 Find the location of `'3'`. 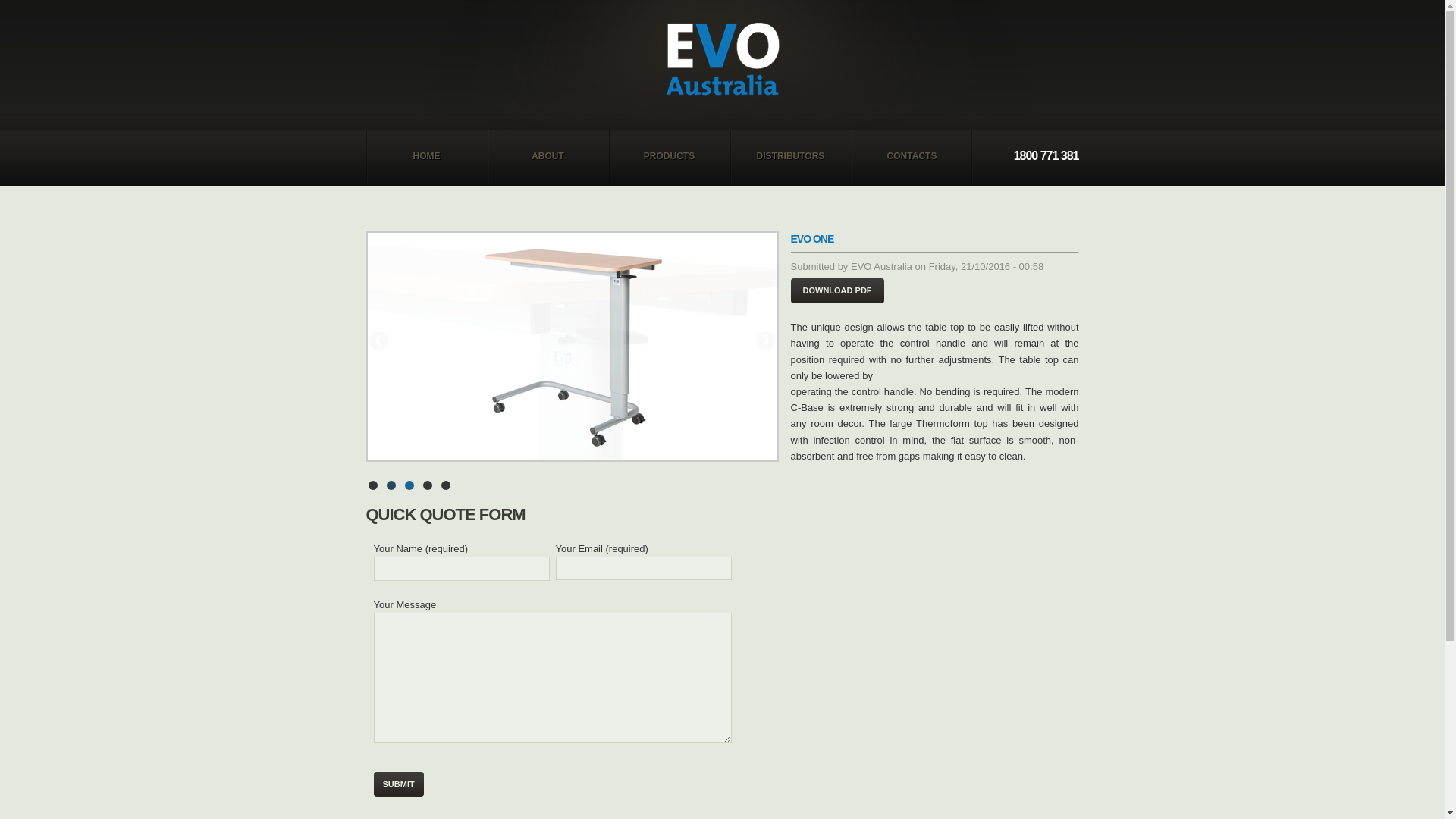

'3' is located at coordinates (409, 485).